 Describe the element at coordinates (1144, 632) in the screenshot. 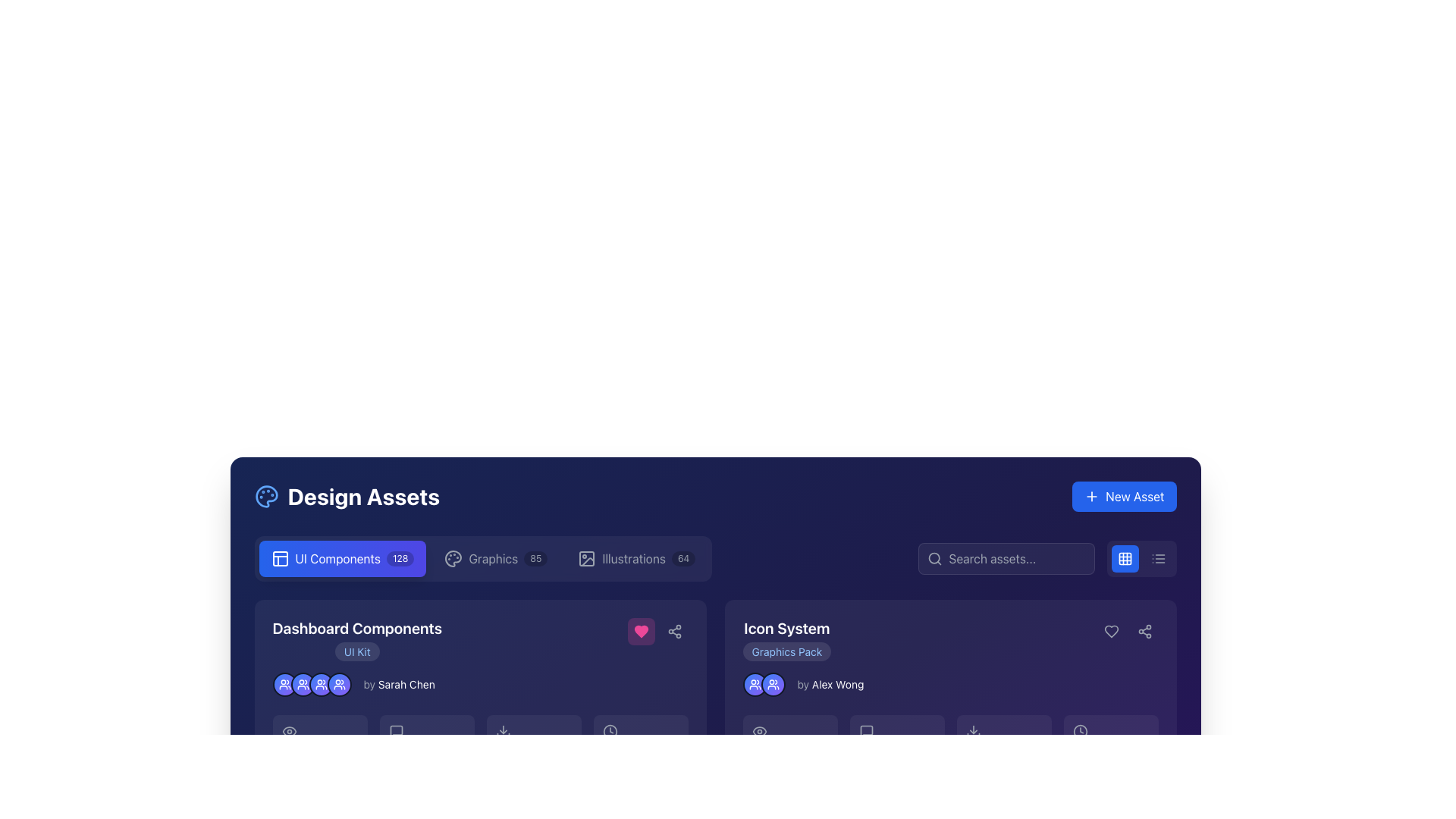

I see `the share button located to the right of the heart-shaped icon button in the top-right corner of the interface` at that location.